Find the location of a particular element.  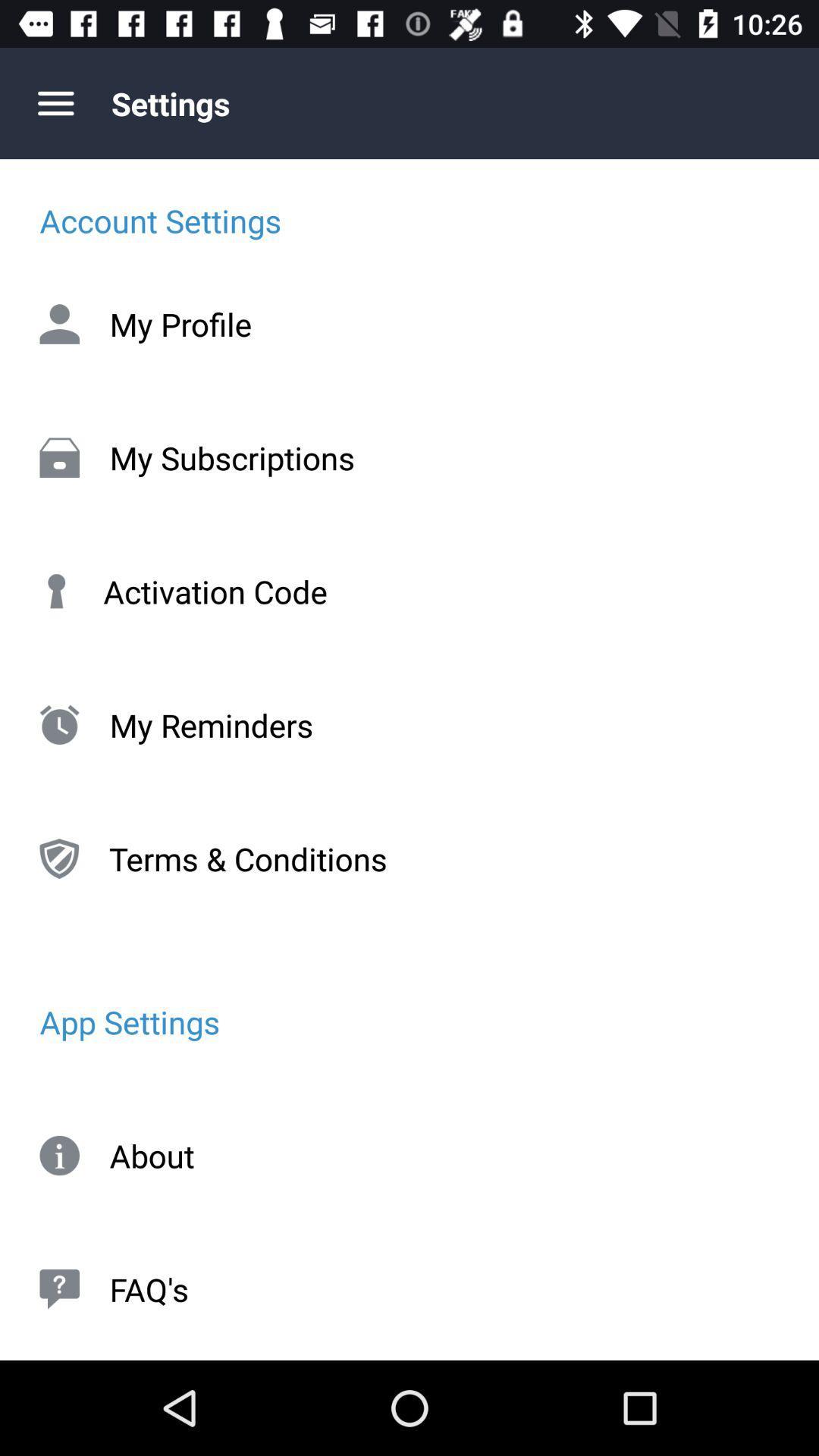

the item to the left of settings is located at coordinates (55, 102).